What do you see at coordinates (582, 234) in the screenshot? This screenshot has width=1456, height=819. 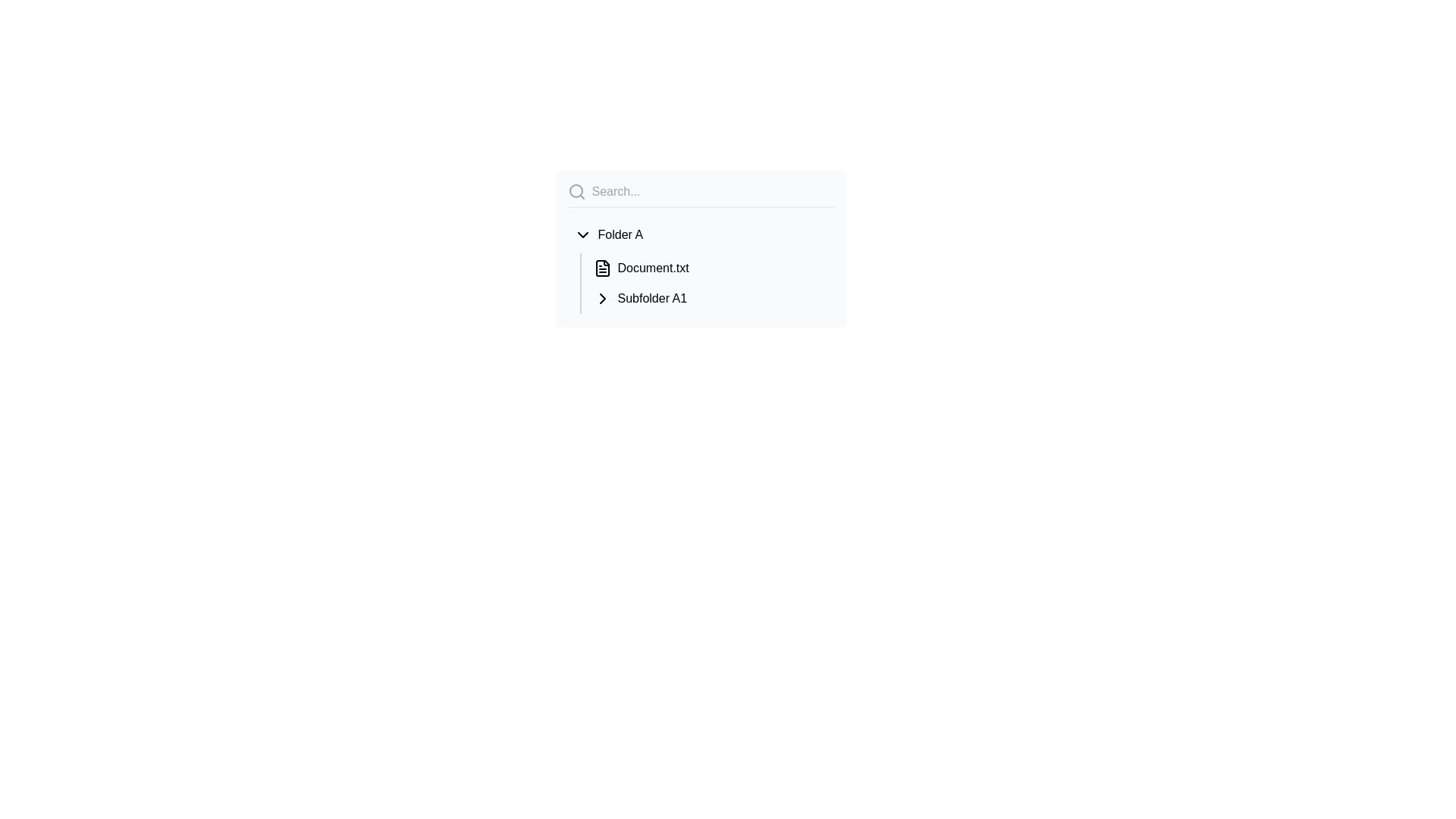 I see `the chevron-down icon` at bounding box center [582, 234].